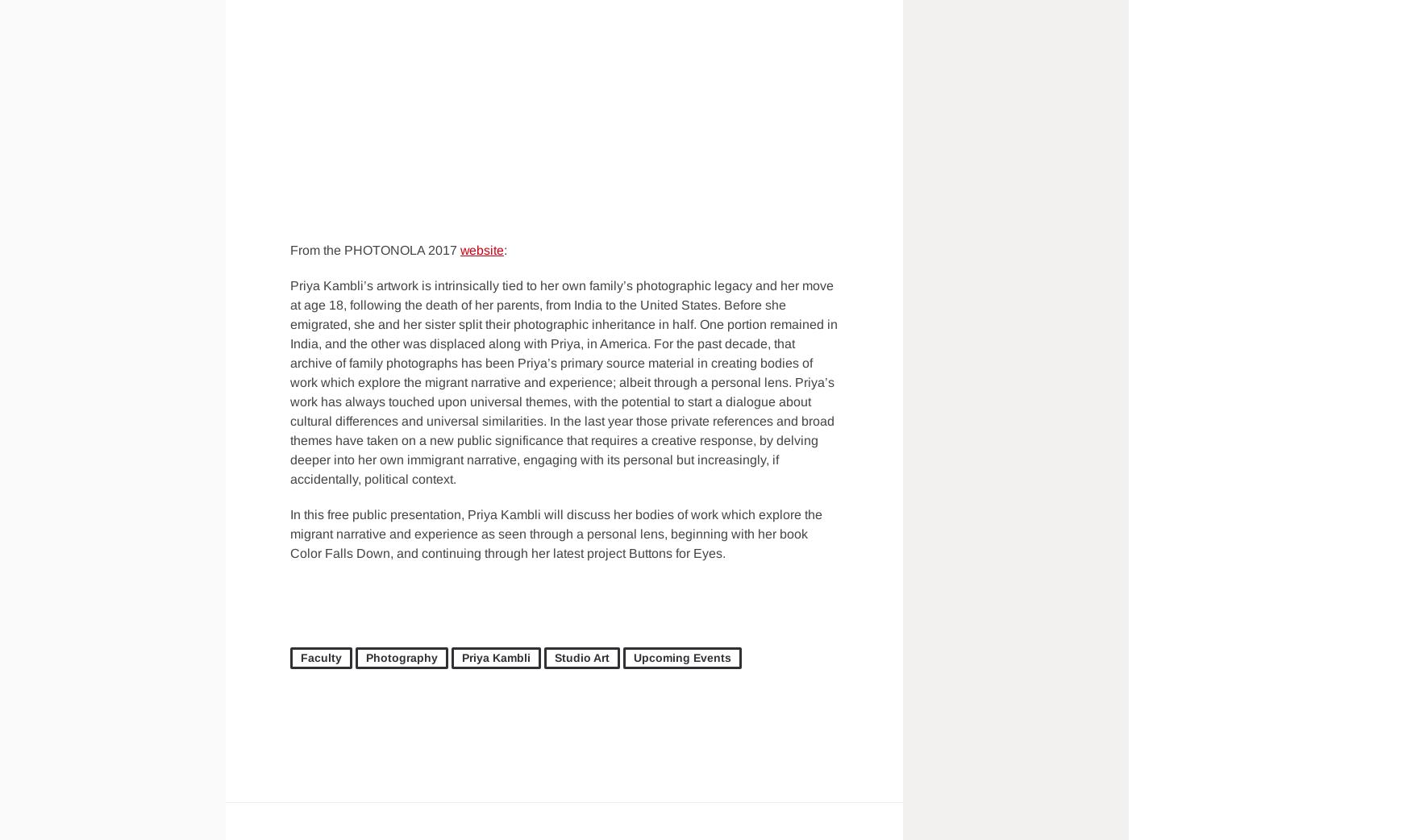  What do you see at coordinates (320, 657) in the screenshot?
I see `'Faculty'` at bounding box center [320, 657].